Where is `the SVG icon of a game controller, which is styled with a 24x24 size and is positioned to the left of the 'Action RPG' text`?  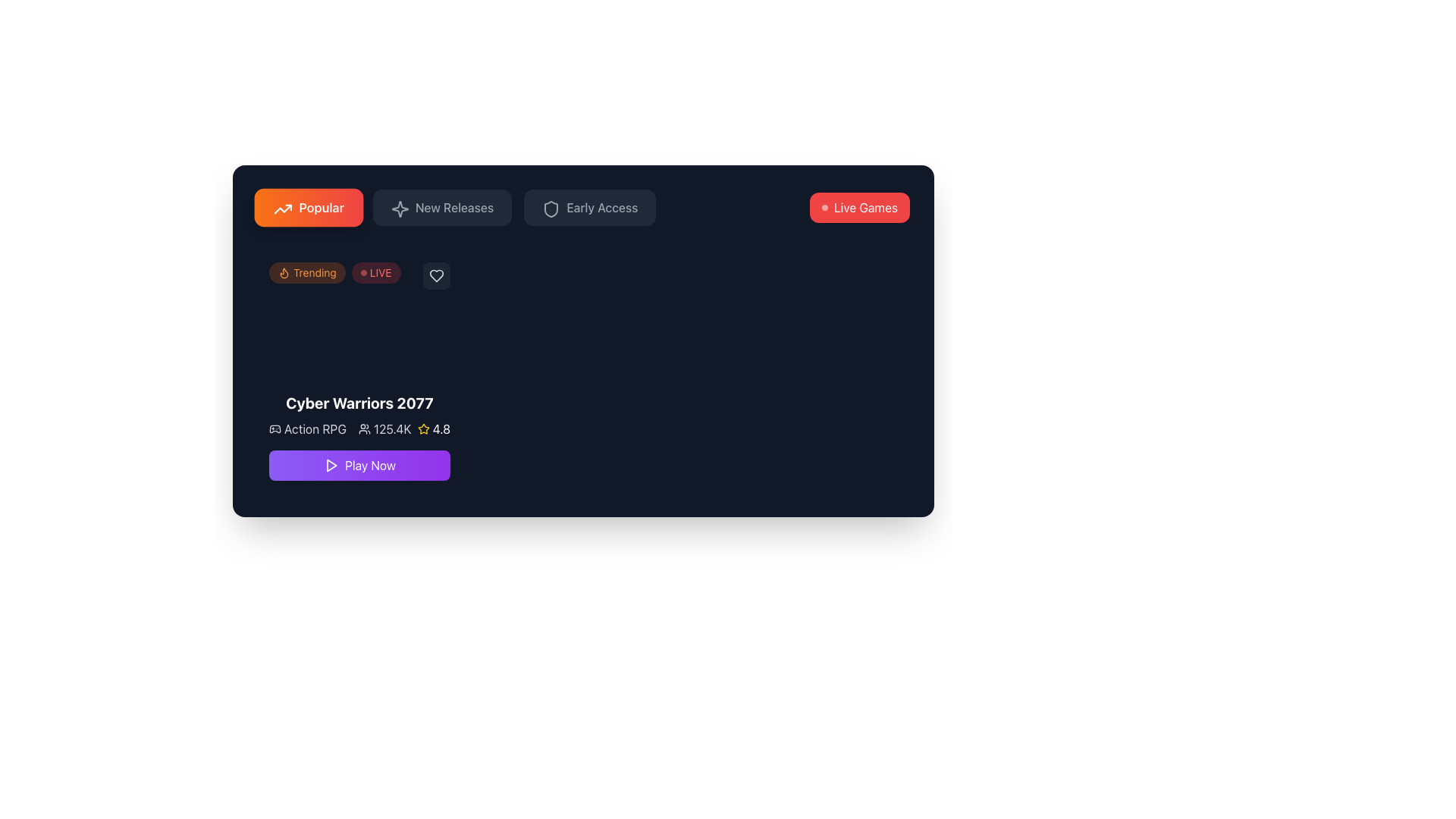 the SVG icon of a game controller, which is styled with a 24x24 size and is positioned to the left of the 'Action RPG' text is located at coordinates (275, 429).